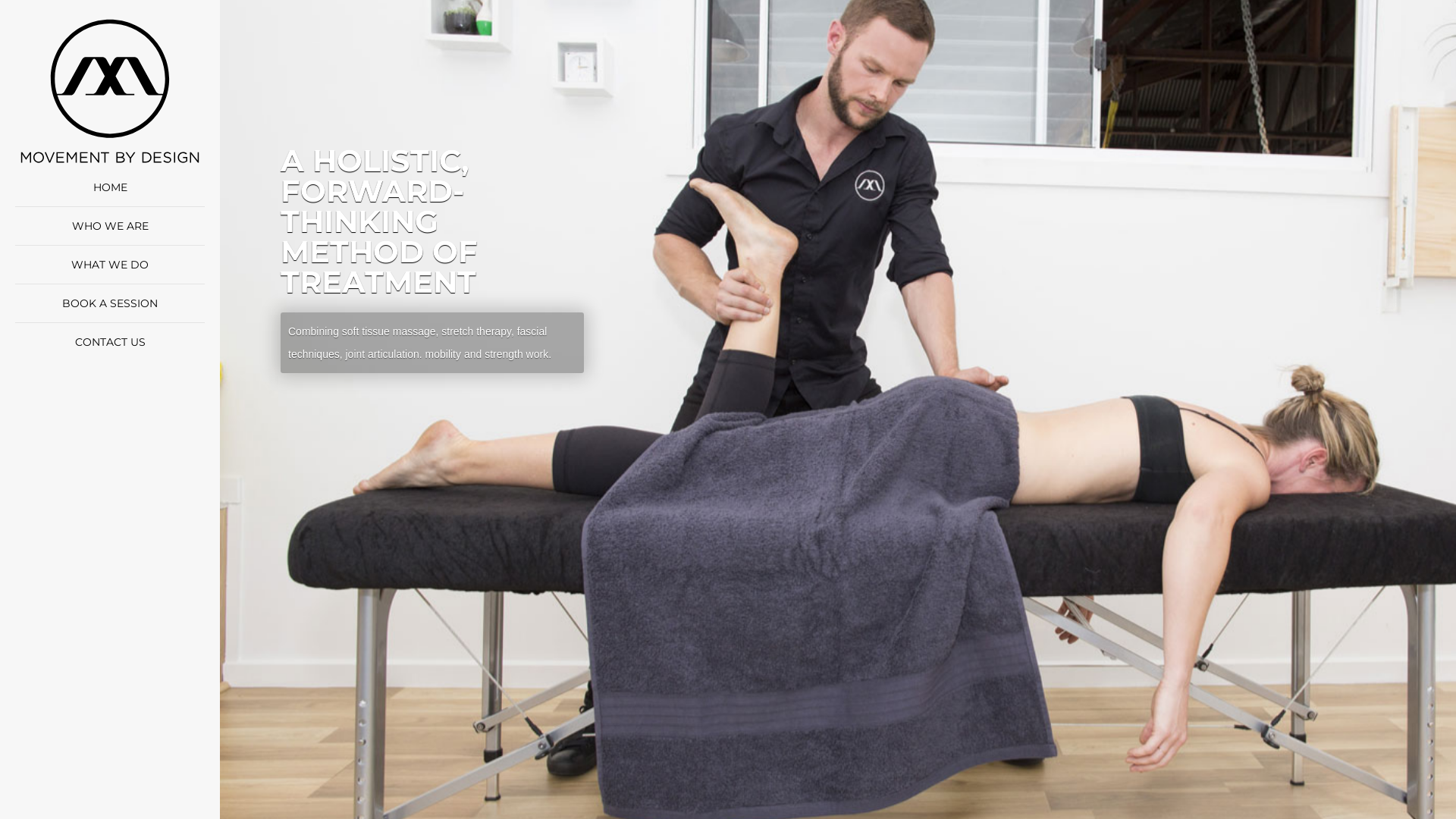 This screenshot has height=819, width=1456. What do you see at coordinates (108, 186) in the screenshot?
I see `'HOME'` at bounding box center [108, 186].